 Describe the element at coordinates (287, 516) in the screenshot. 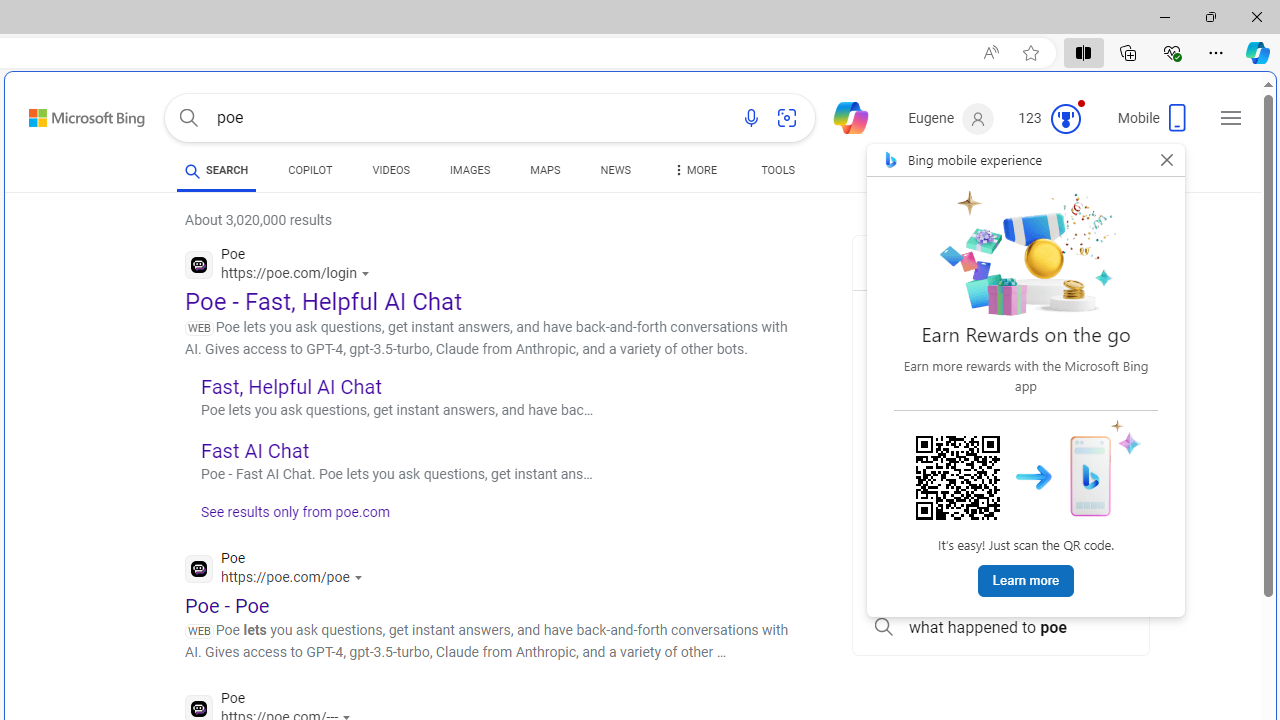

I see `'See results only from poe.com'` at that location.